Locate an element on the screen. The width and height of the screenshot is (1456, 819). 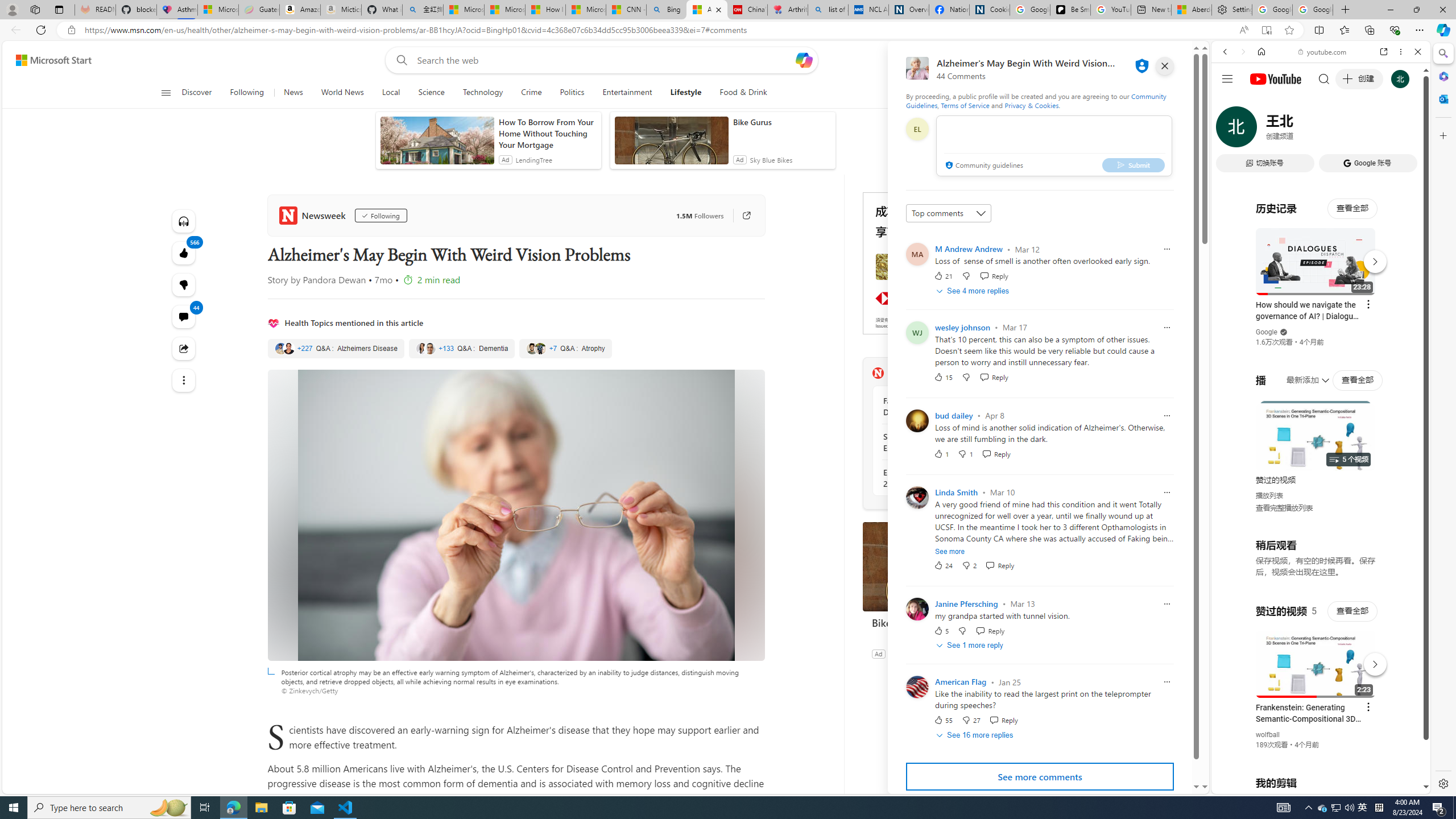
'World News' is located at coordinates (341, 92).